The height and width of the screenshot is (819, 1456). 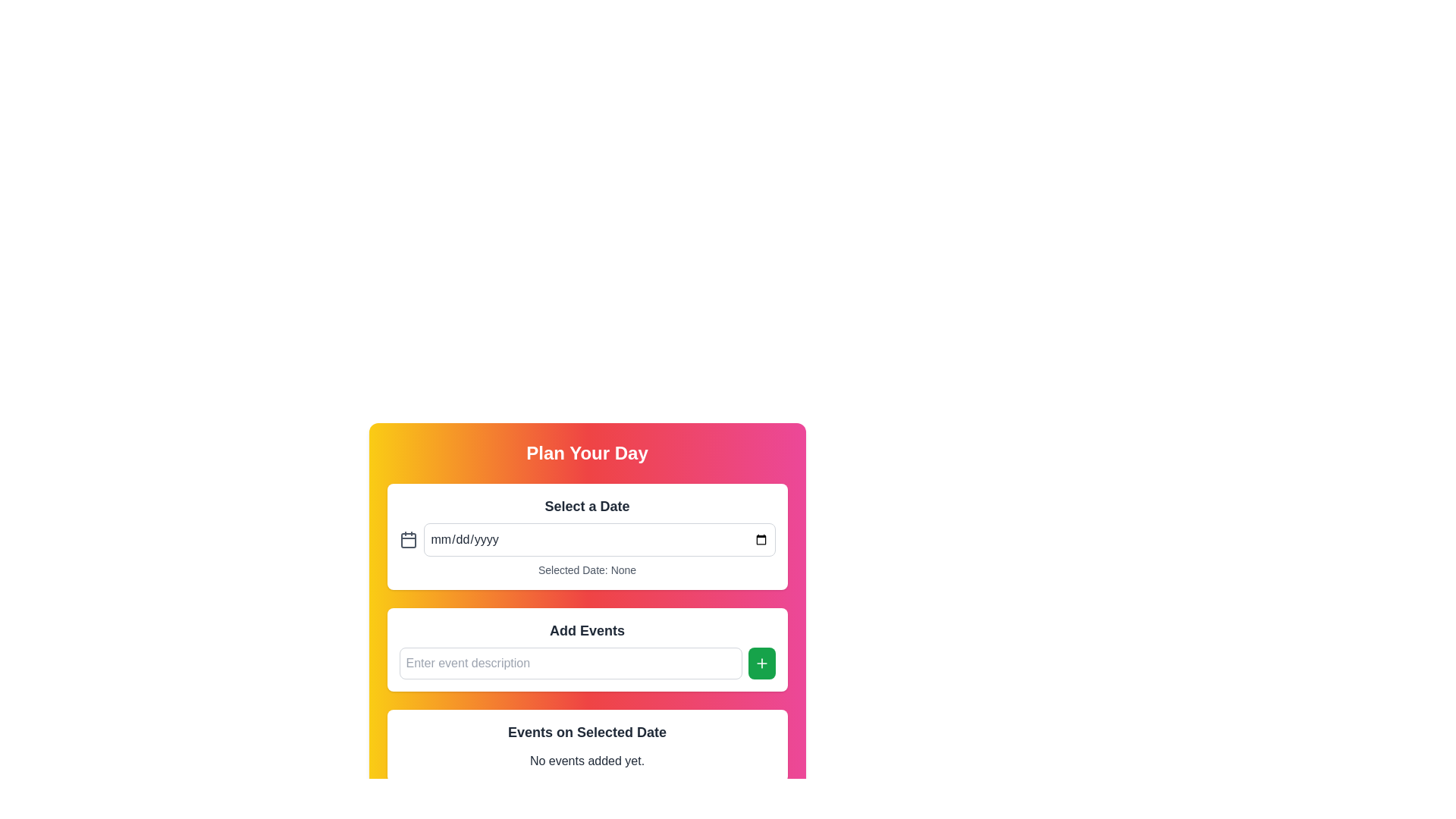 What do you see at coordinates (761, 663) in the screenshot?
I see `the interactive button used to add a new event to the list by` at bounding box center [761, 663].